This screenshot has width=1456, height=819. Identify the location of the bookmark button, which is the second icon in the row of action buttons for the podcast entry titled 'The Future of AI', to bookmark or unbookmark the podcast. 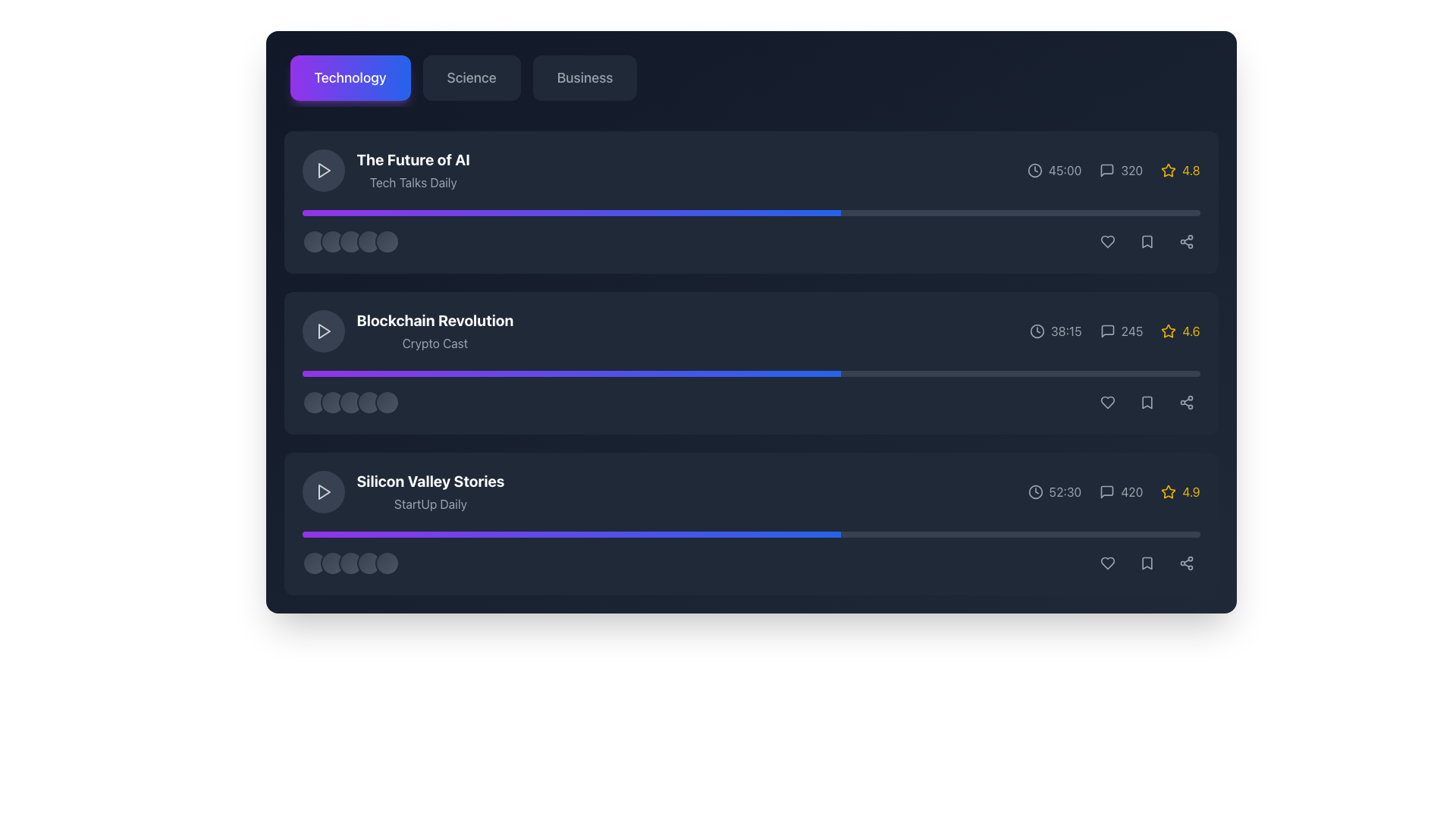
(1147, 241).